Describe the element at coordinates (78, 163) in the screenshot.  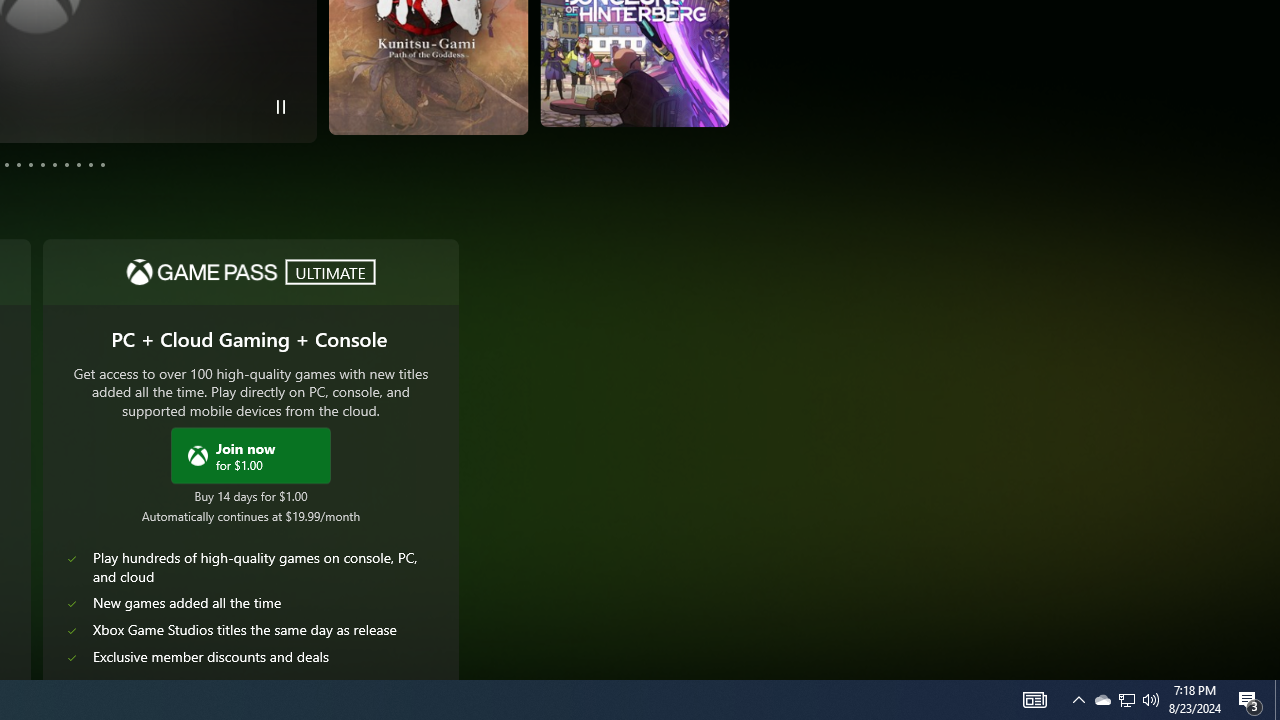
I see `'Page 10'` at that location.